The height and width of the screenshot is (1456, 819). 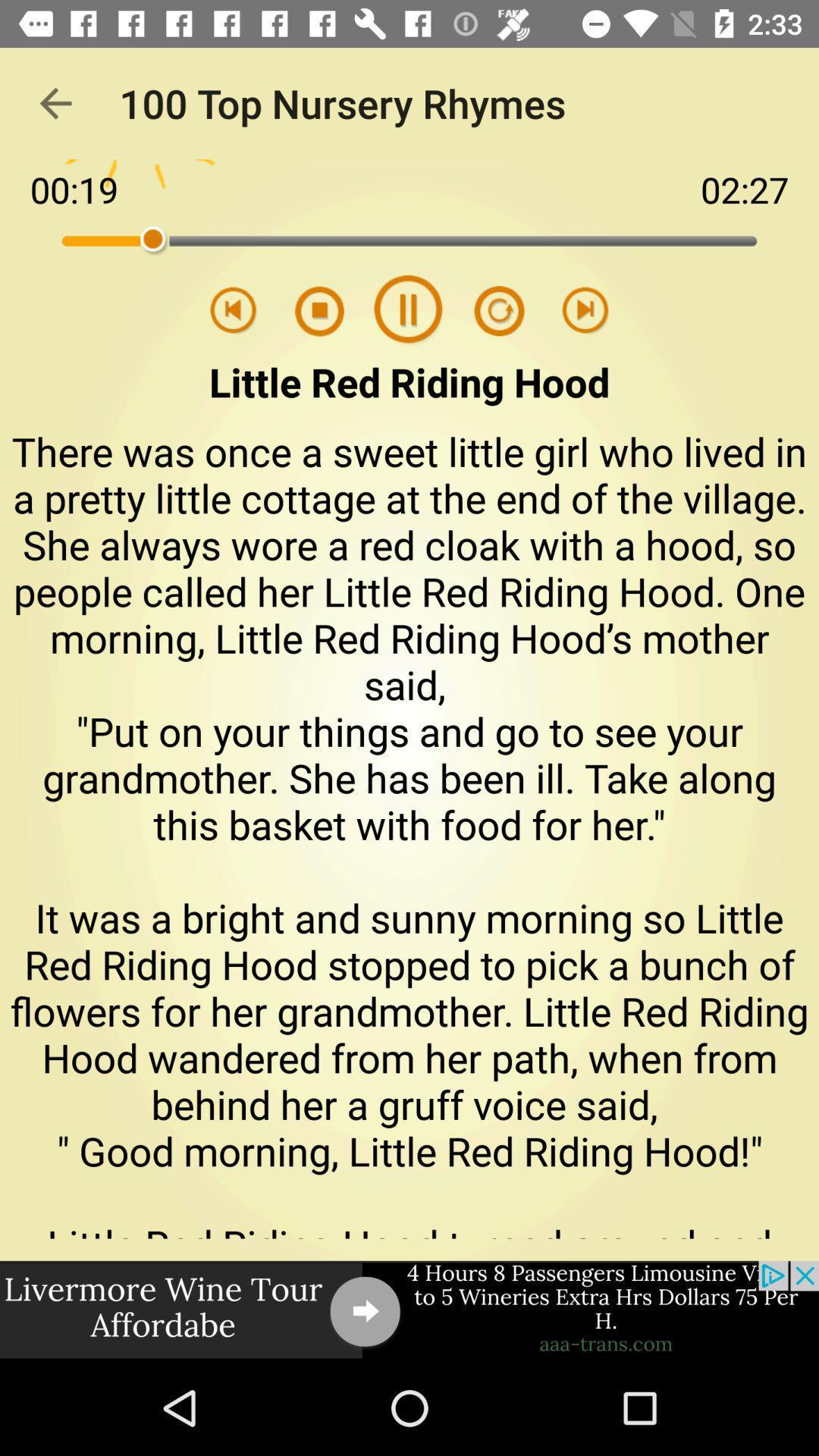 What do you see at coordinates (489, 310) in the screenshot?
I see `the refresh icon` at bounding box center [489, 310].